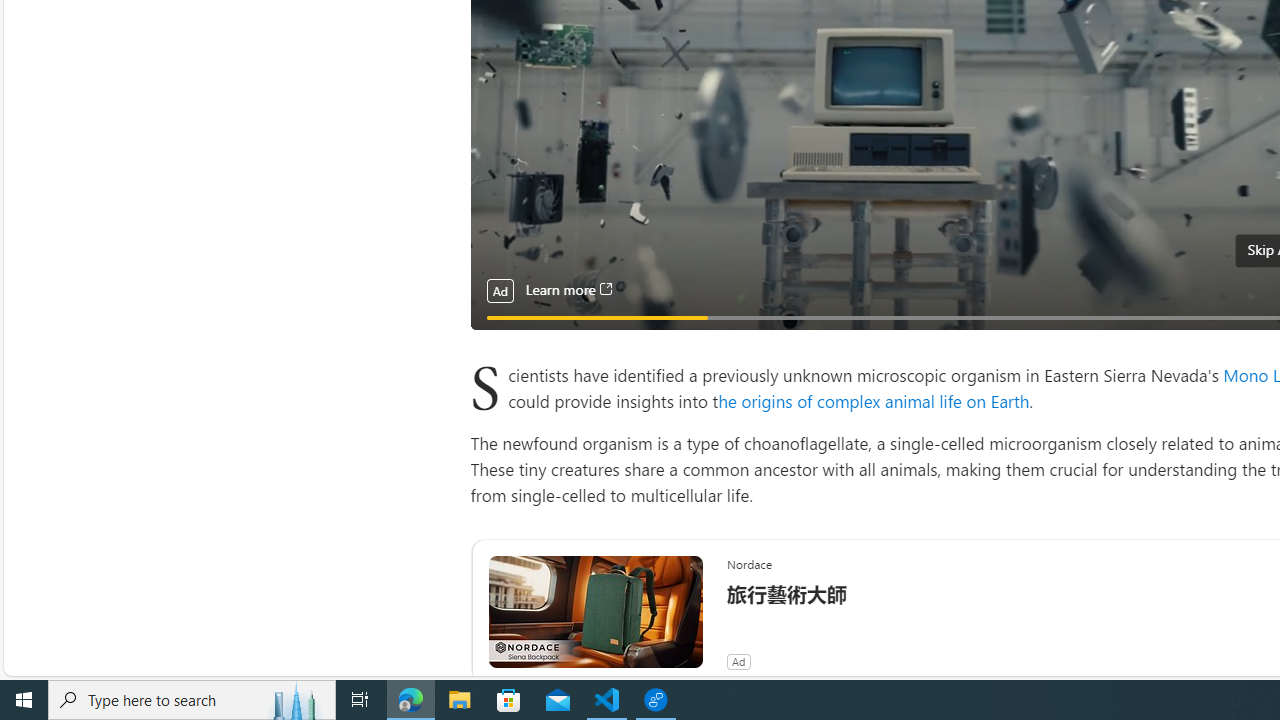 The image size is (1280, 720). I want to click on 'Ad', so click(737, 661).